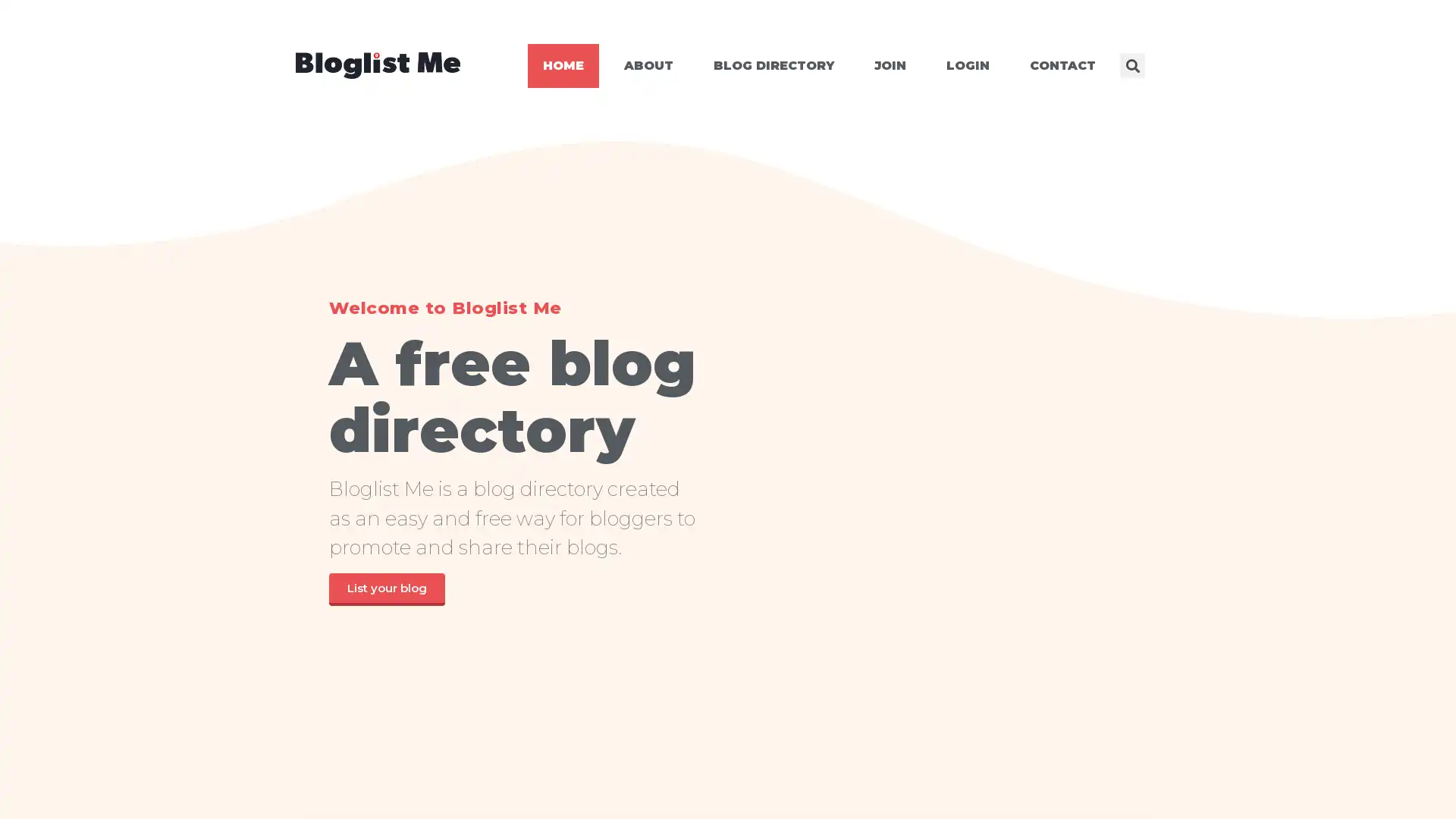  Describe the element at coordinates (386, 588) in the screenshot. I see `List your blog` at that location.